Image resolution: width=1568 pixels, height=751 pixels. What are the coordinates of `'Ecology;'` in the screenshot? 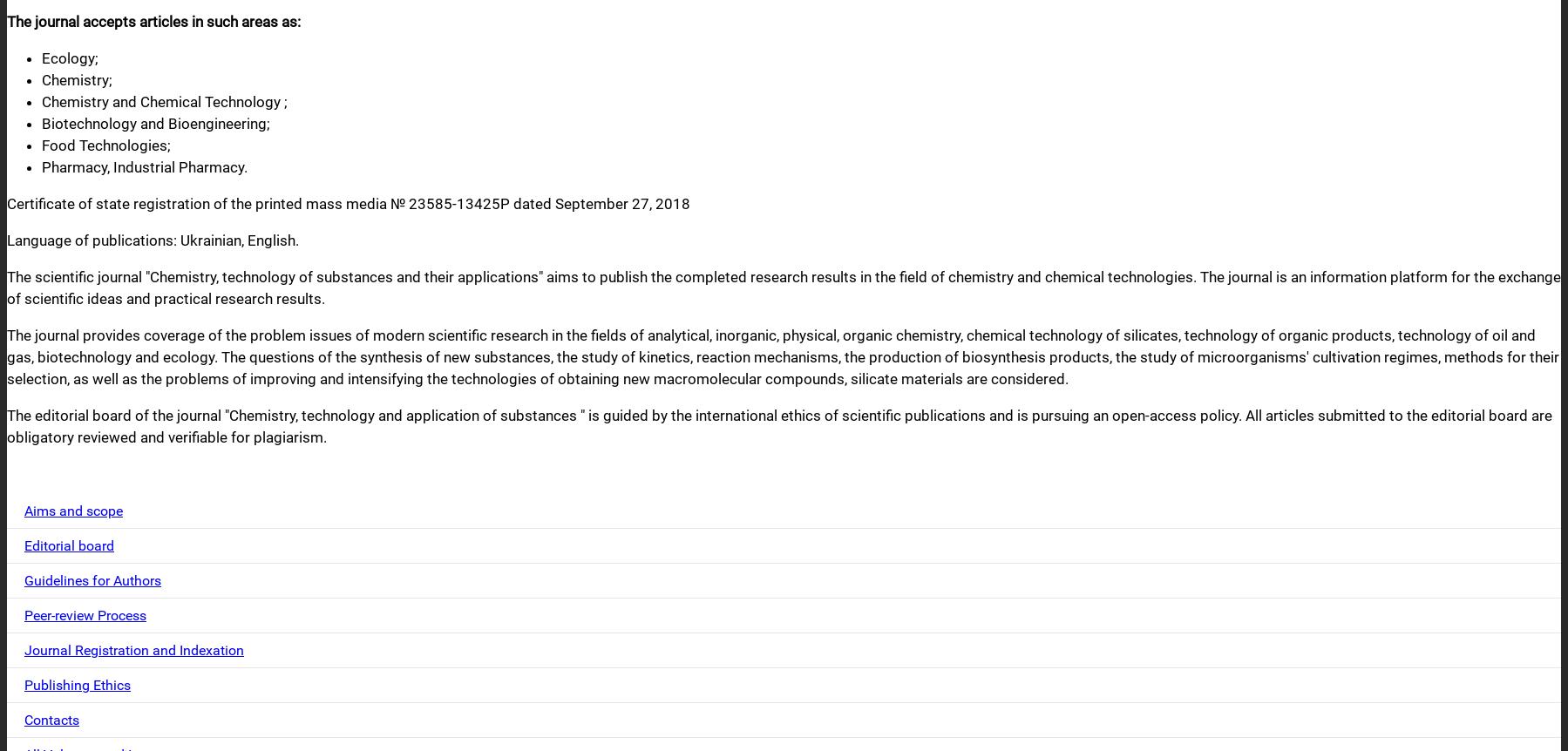 It's located at (69, 58).